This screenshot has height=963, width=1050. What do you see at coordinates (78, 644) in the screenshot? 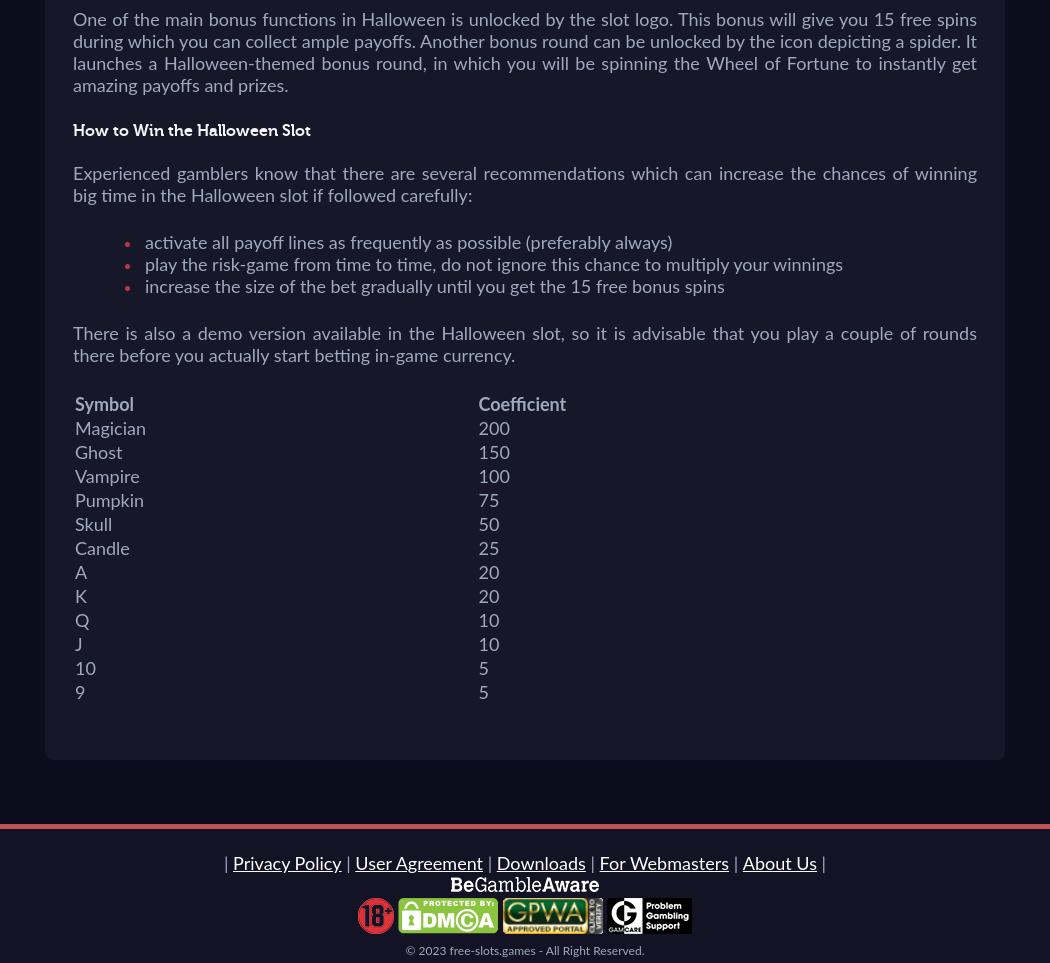
I see `'J'` at bounding box center [78, 644].